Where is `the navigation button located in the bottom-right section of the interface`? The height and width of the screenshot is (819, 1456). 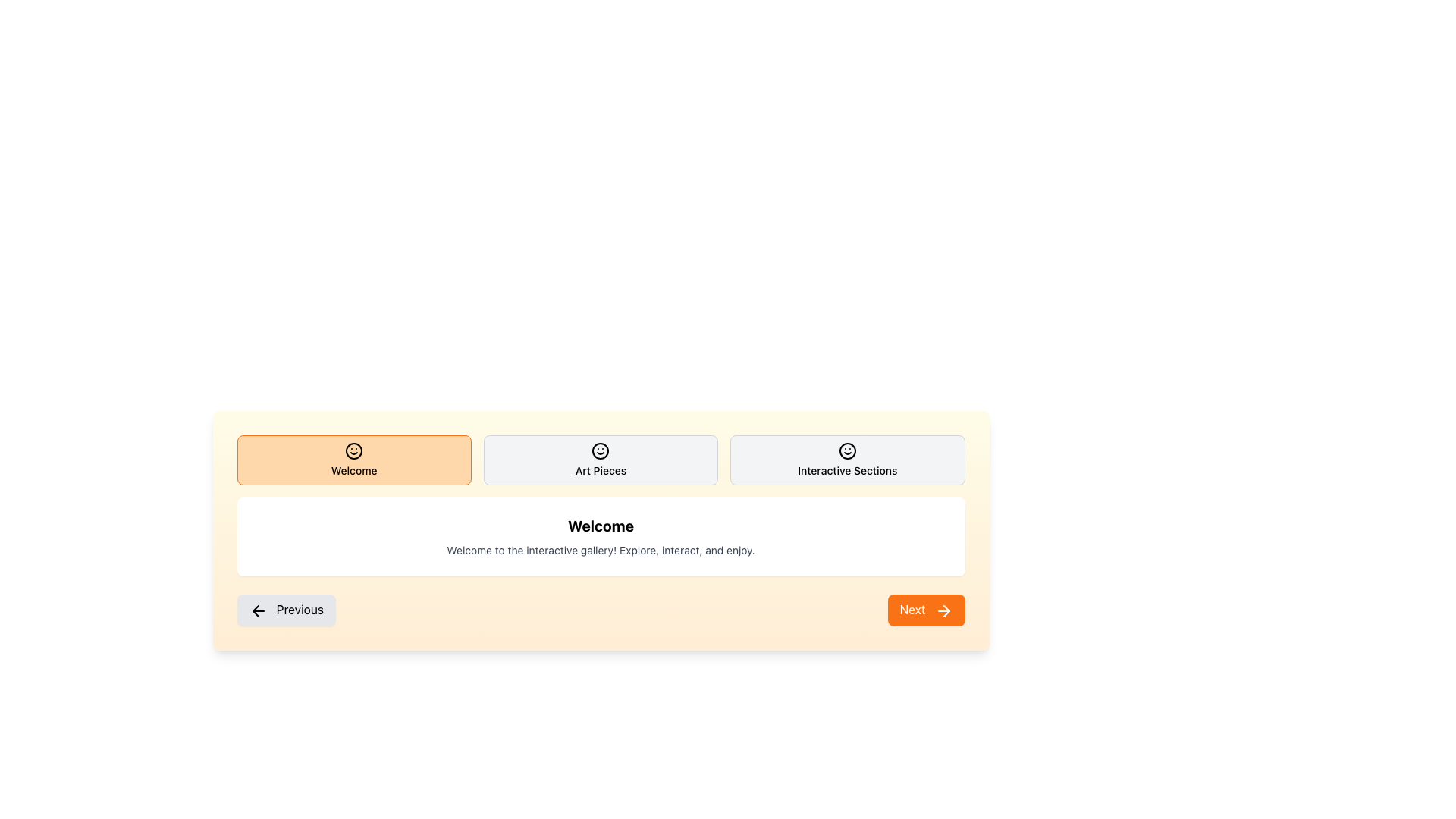 the navigation button located in the bottom-right section of the interface is located at coordinates (925, 609).